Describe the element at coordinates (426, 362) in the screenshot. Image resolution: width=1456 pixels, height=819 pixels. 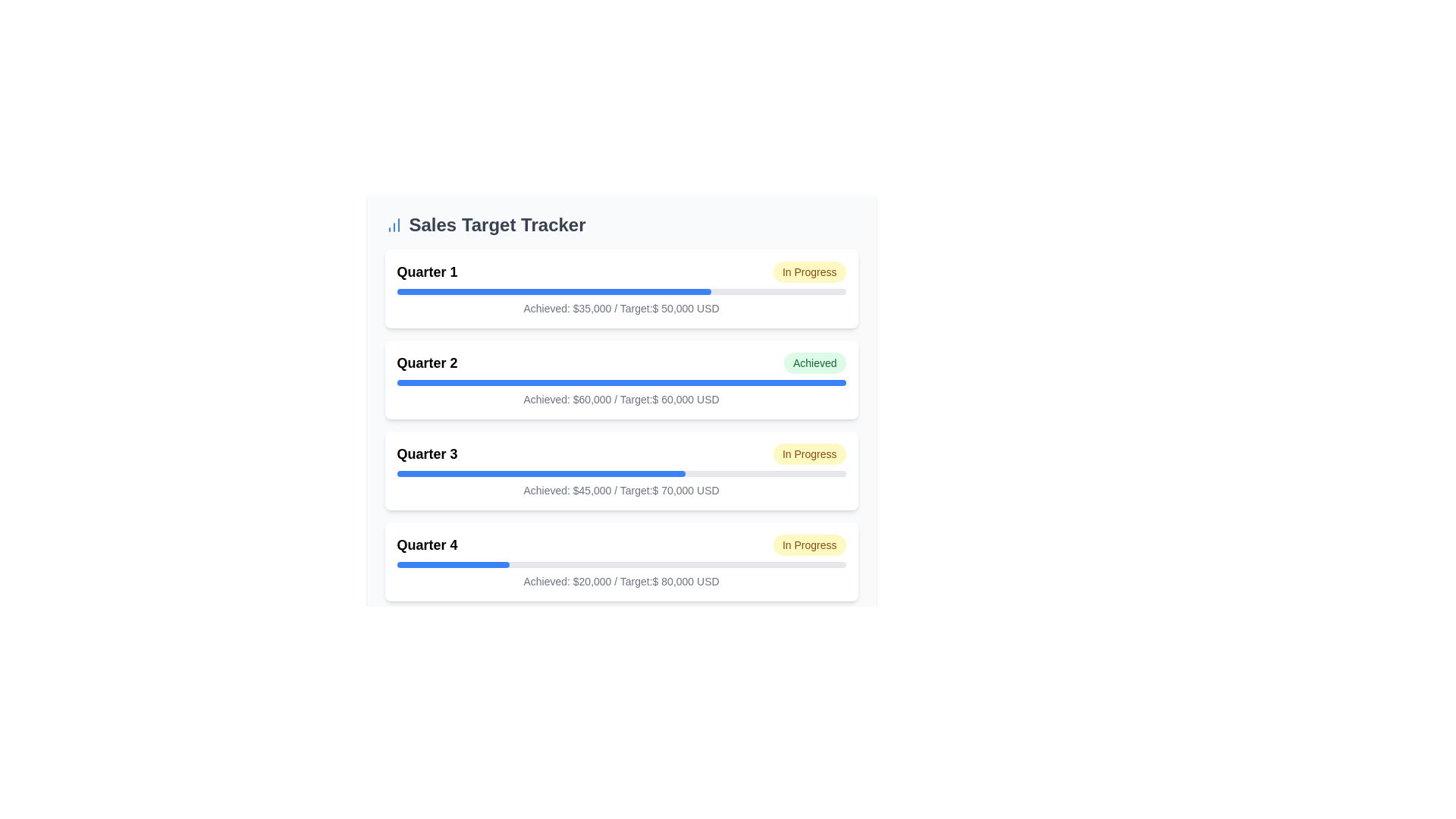
I see `the text label reading 'Quarter 2', which is styled with a bold font and is located above the progress bar for Quarter 2` at that location.